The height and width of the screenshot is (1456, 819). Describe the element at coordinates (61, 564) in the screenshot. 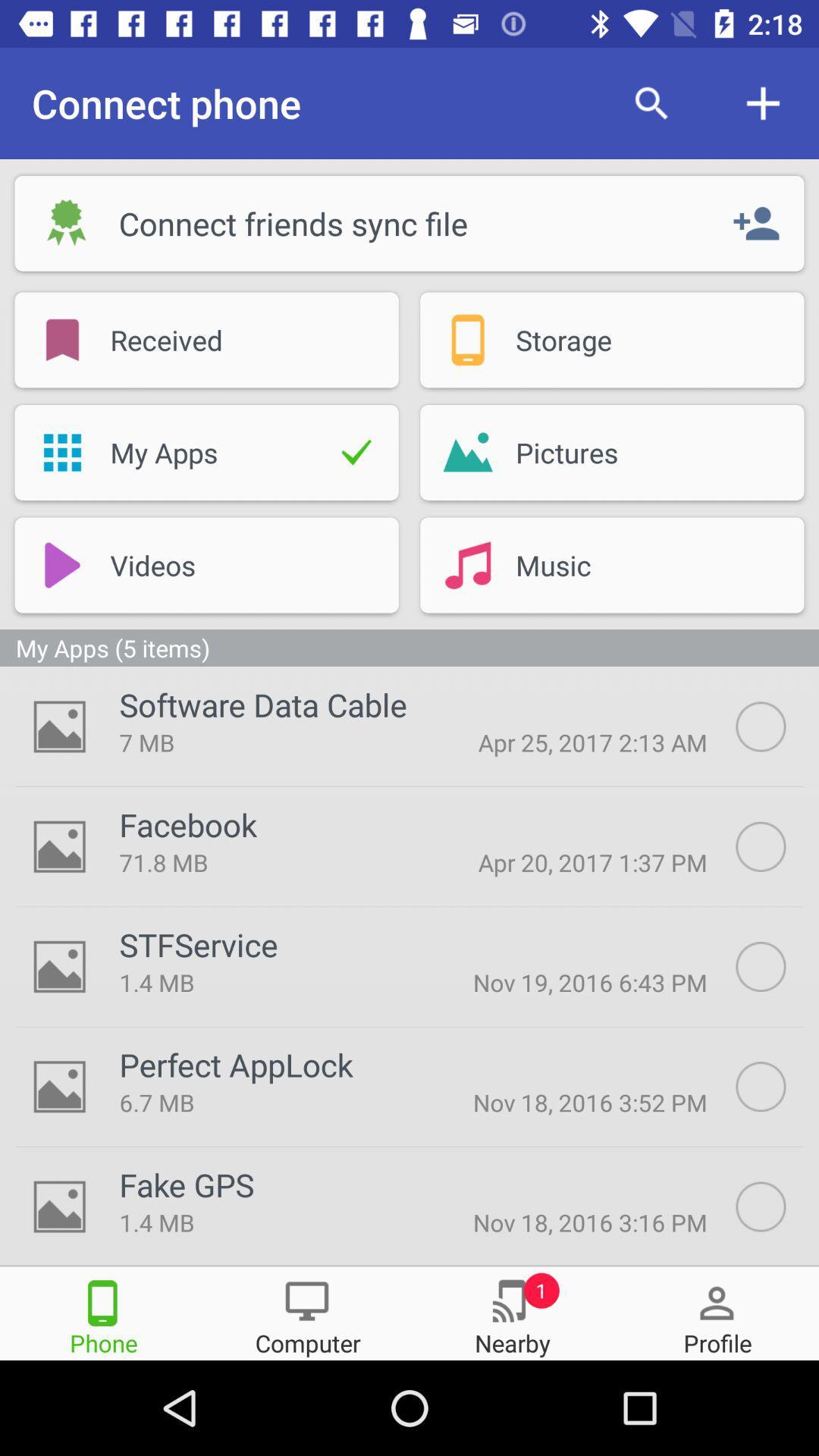

I see `app above my apps 5 item` at that location.